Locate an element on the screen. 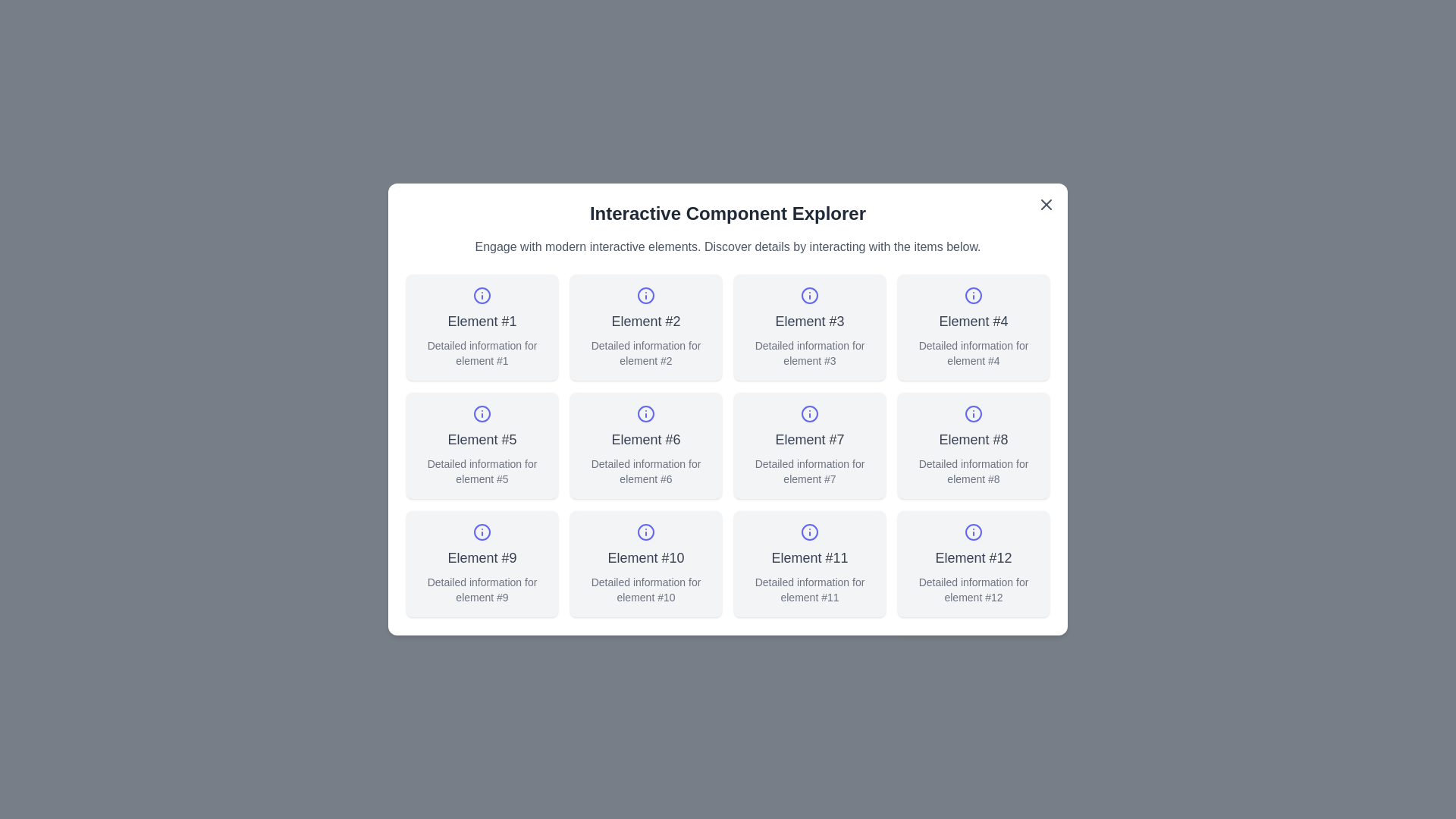  the close button at the top-right corner of the dialog is located at coordinates (1046, 205).